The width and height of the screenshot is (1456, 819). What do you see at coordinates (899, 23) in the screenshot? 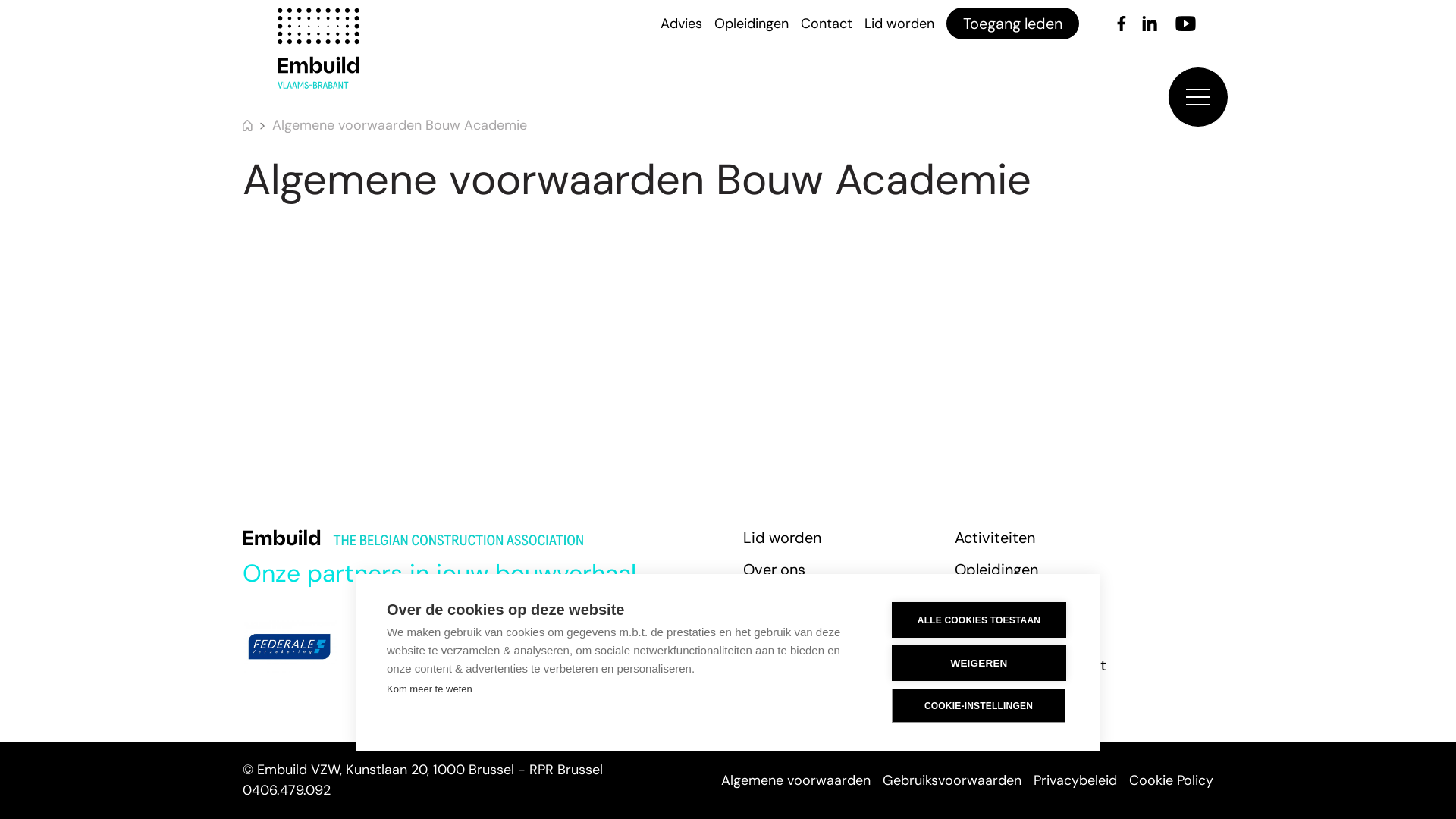
I see `'Lid worden'` at bounding box center [899, 23].